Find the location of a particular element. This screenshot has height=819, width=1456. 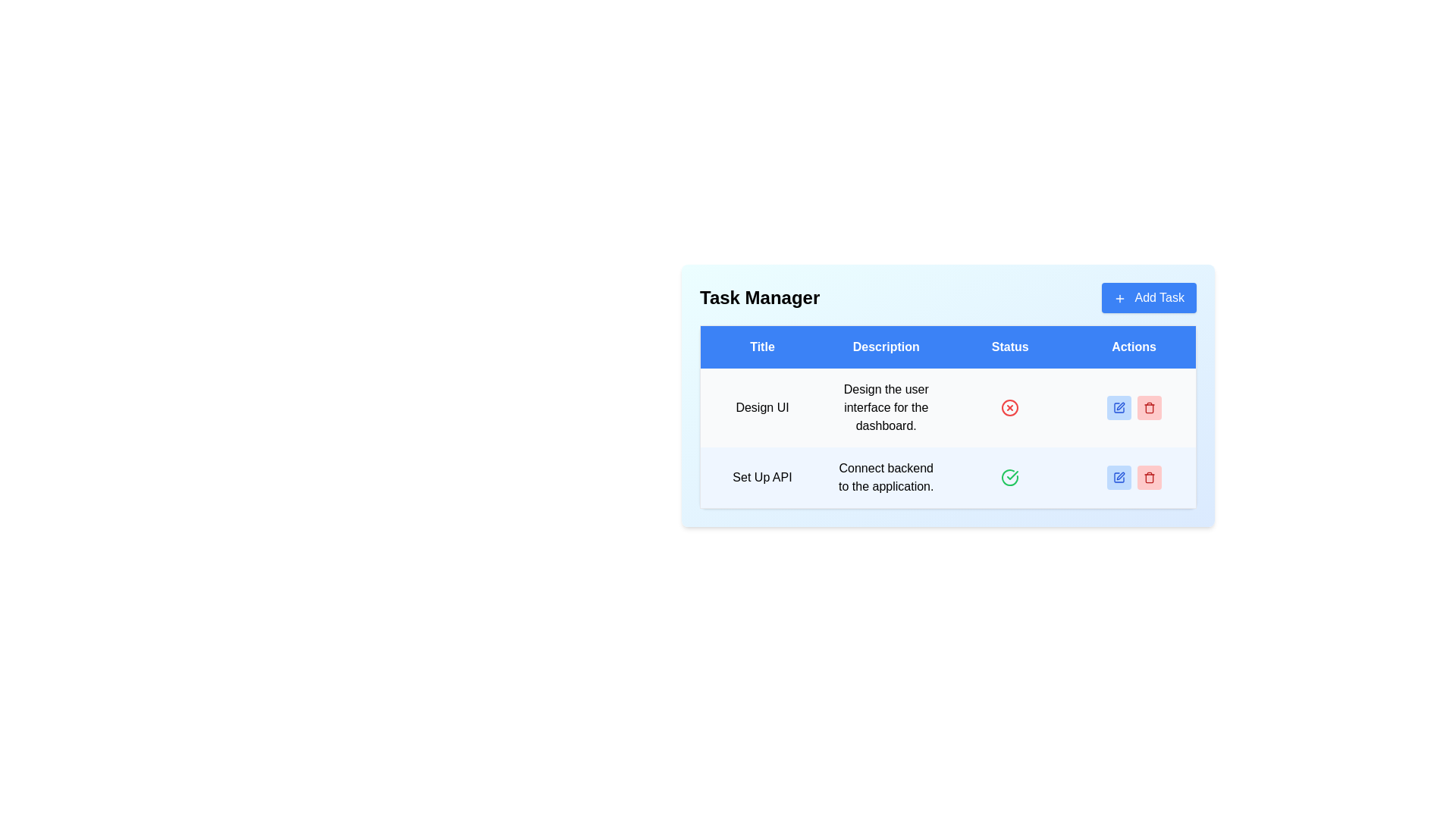

the interactive buttons in the 'Actions' column for the task titled 'Design UI' to trigger hover effects is located at coordinates (1134, 406).